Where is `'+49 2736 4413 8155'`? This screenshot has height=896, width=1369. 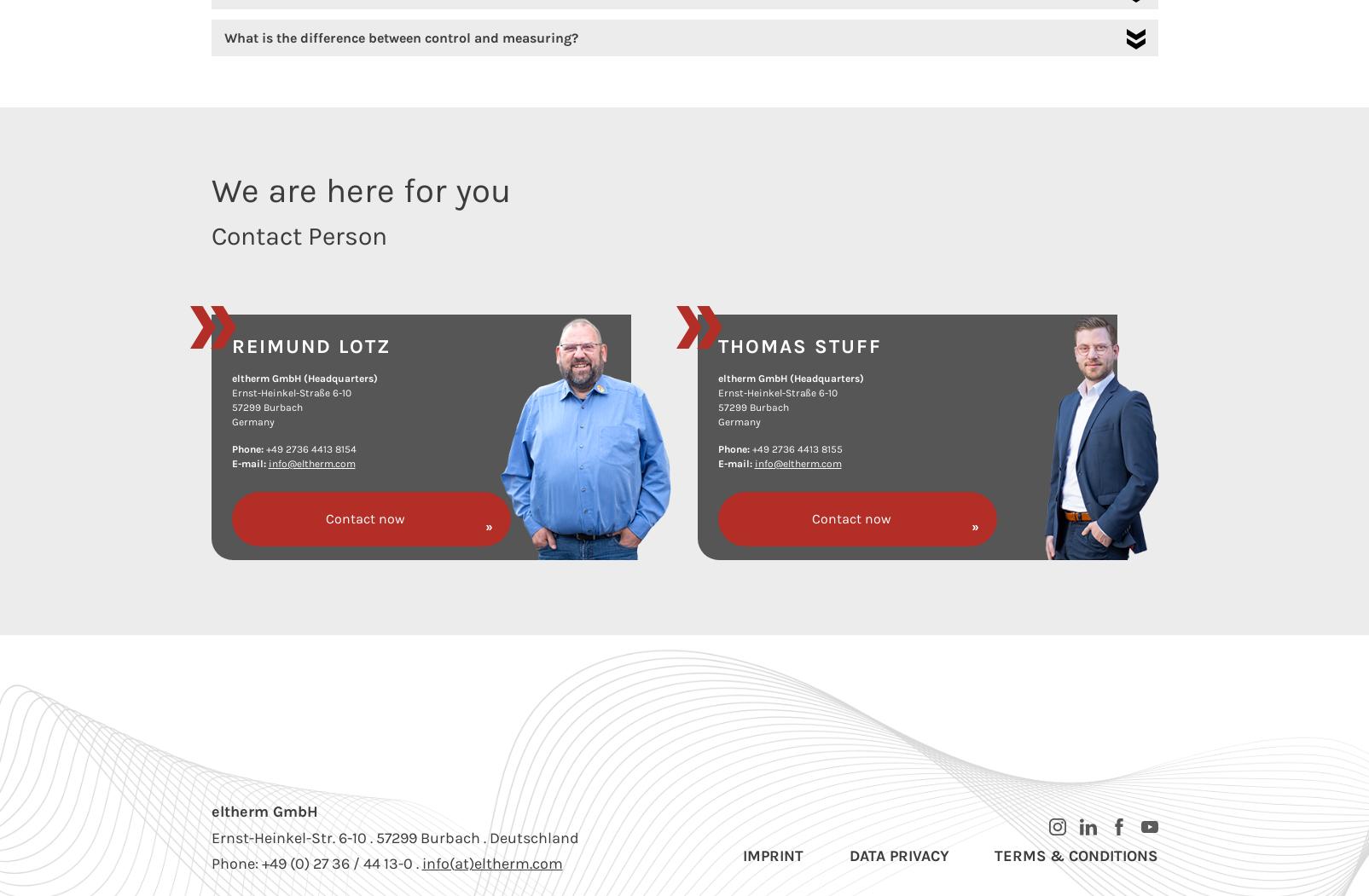 '+49 2736 4413 8155' is located at coordinates (794, 448).